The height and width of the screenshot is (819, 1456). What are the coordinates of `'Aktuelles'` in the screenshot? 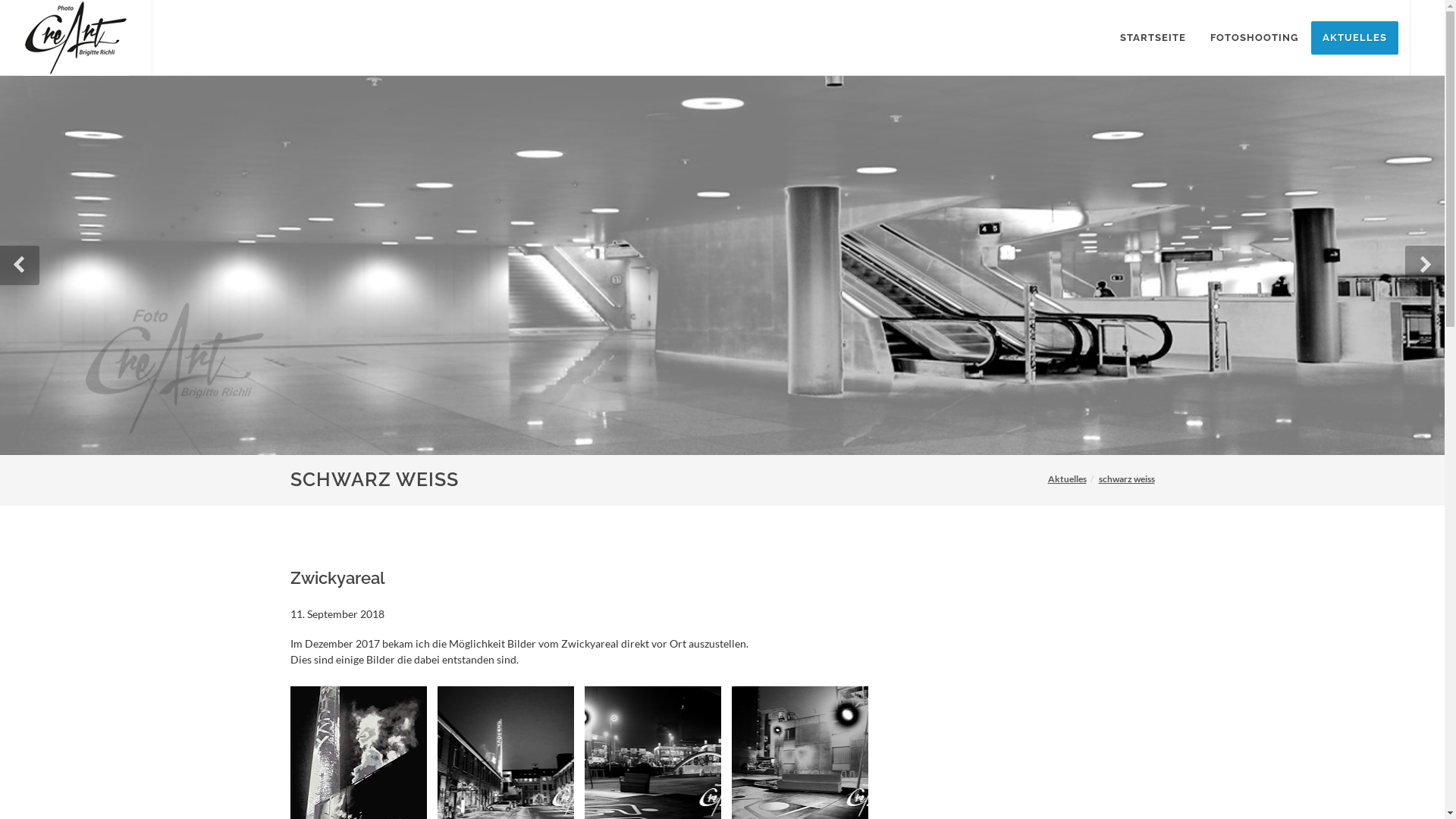 It's located at (1066, 479).